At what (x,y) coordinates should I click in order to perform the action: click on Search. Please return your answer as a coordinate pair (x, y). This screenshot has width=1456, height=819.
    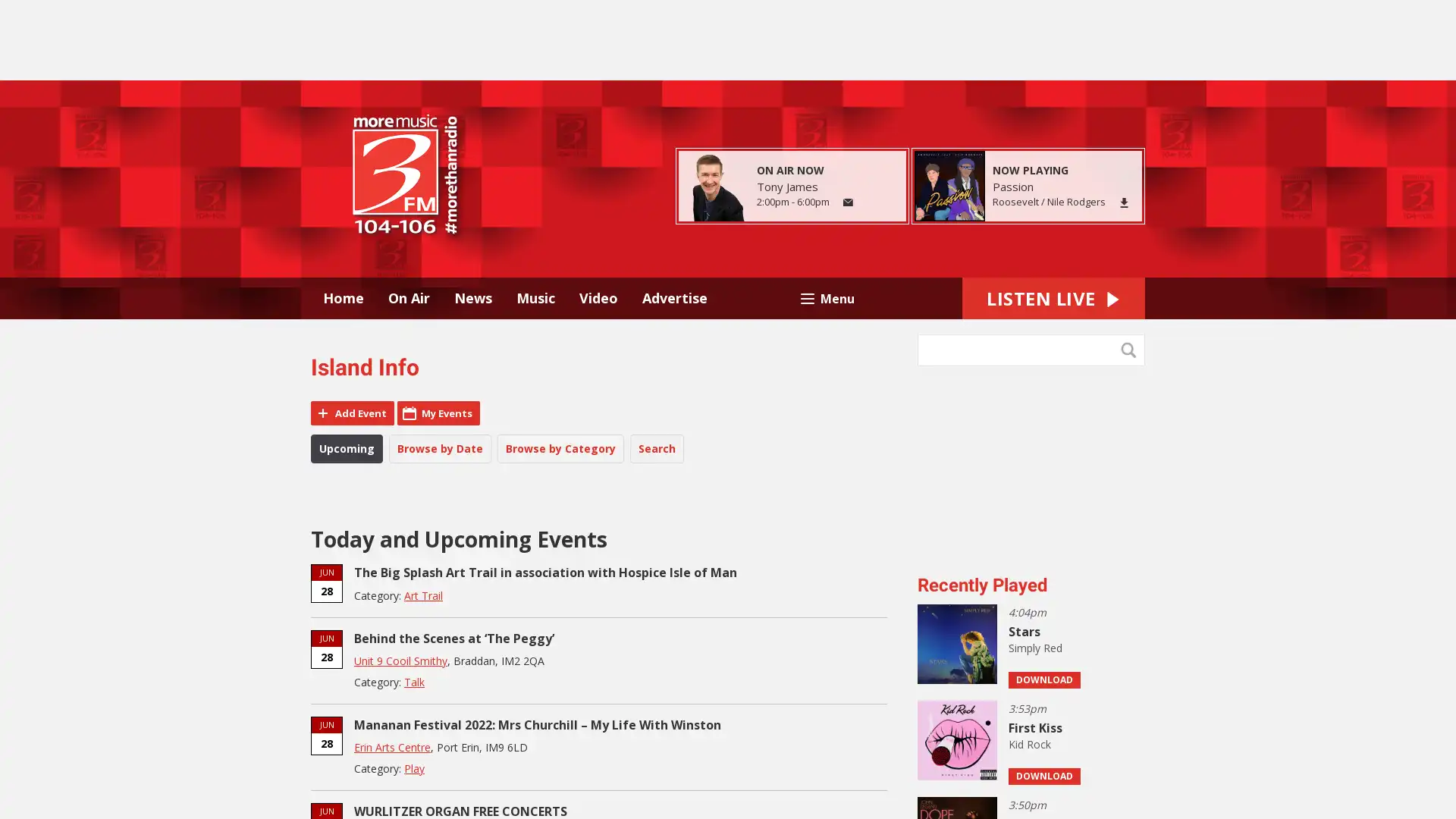
    Looking at the image, I should click on (1131, 350).